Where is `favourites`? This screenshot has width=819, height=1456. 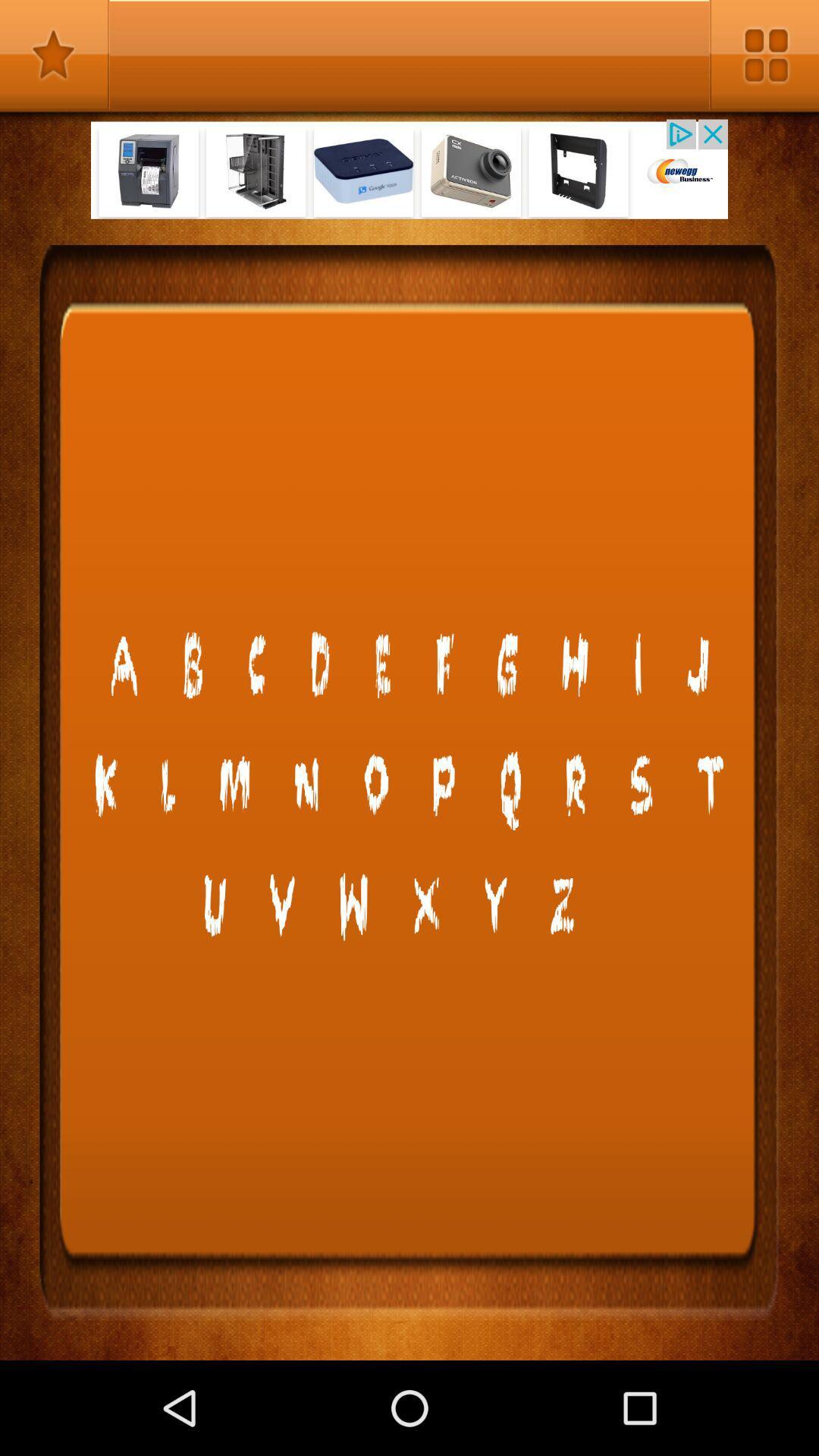 favourites is located at coordinates (54, 55).